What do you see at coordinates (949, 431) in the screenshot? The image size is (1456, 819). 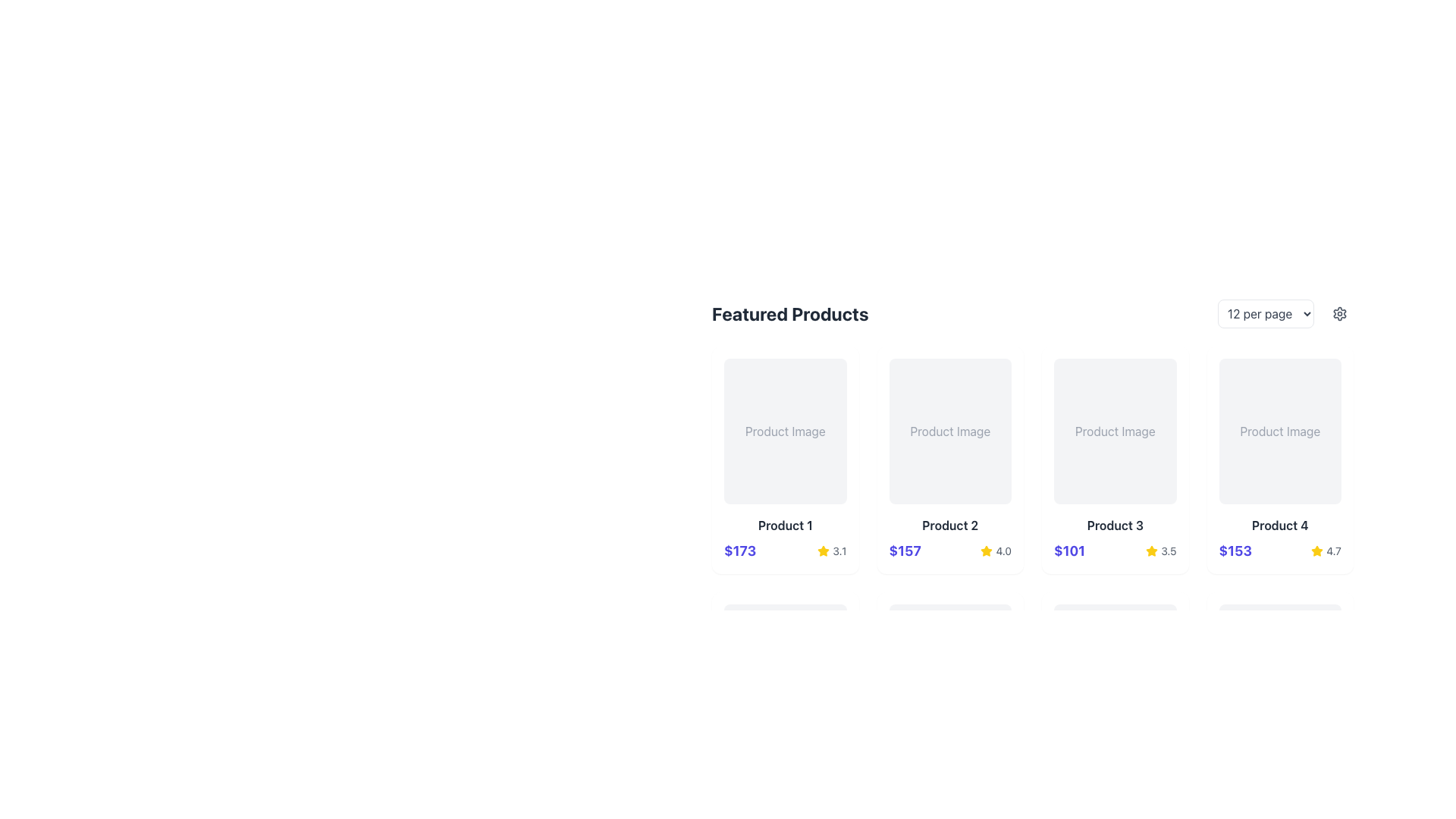 I see `the 'Product Image' text label, which is styled in light gray and located in the center of the placeholder image area within the second product card labeled 'Product 2'` at bounding box center [949, 431].